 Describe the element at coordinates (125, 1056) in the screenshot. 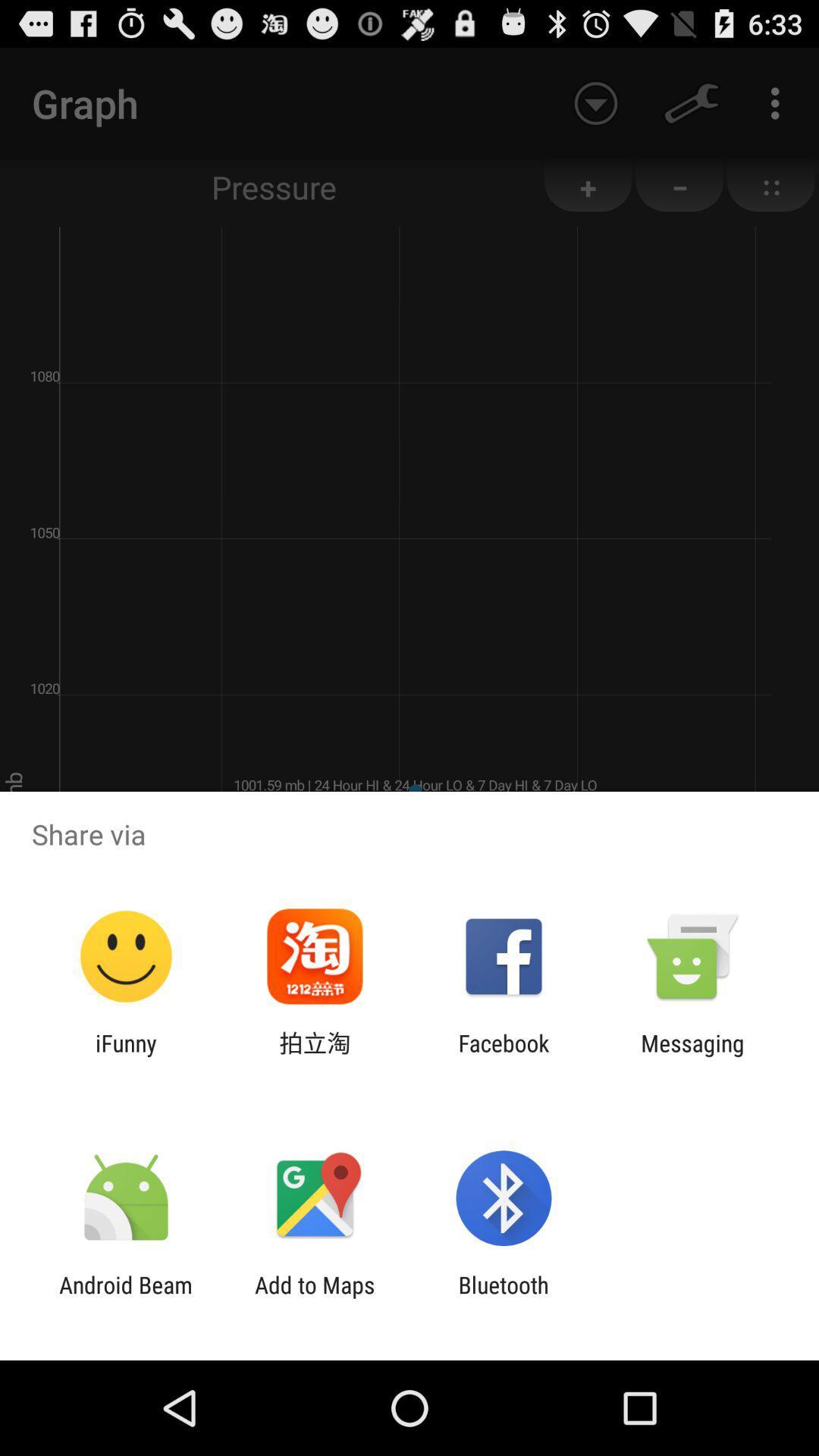

I see `ifunny app` at that location.